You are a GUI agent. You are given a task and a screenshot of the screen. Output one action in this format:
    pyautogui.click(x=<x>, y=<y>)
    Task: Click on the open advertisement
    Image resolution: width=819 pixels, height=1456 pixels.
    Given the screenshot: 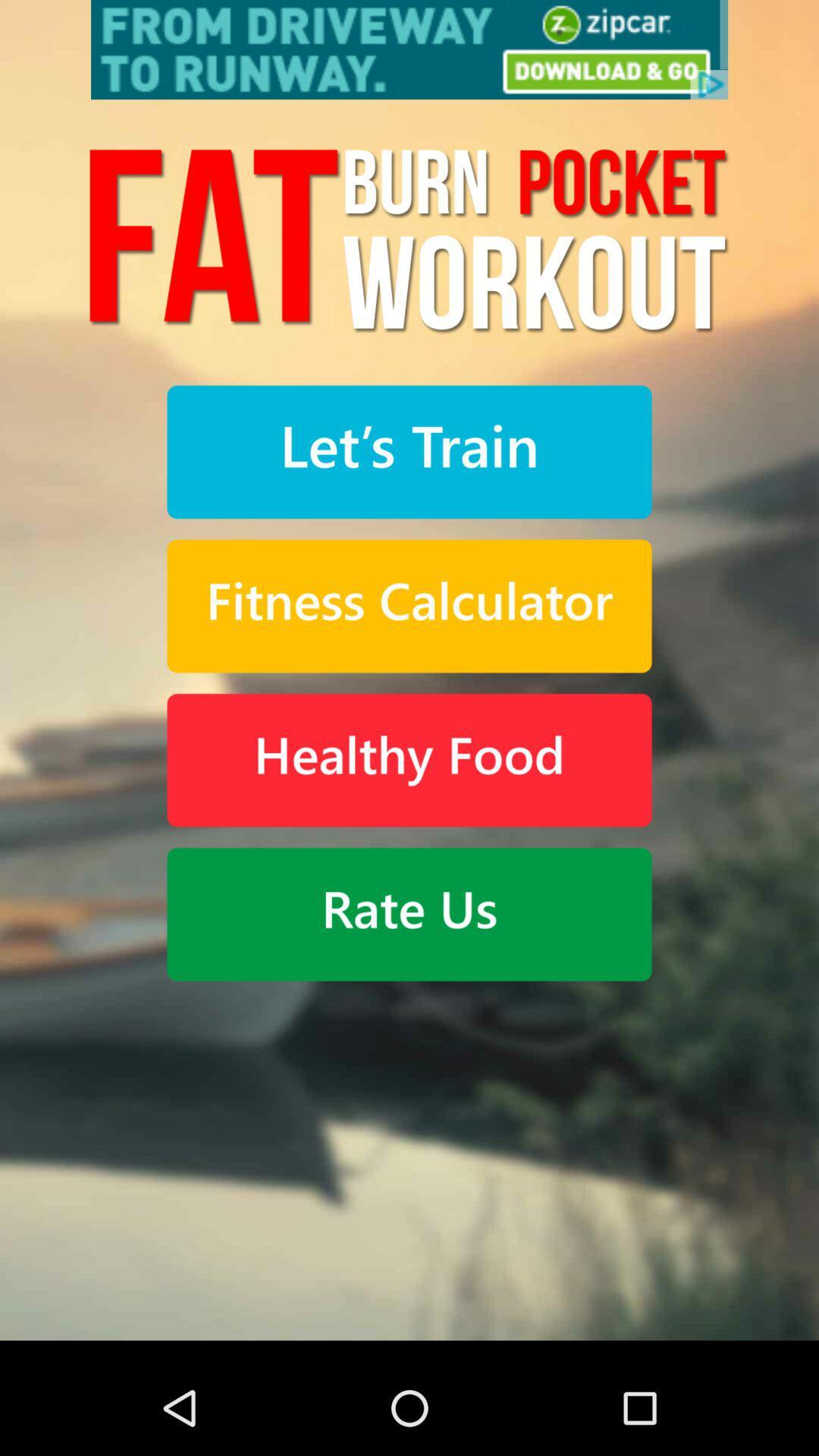 What is the action you would take?
    pyautogui.click(x=409, y=49)
    